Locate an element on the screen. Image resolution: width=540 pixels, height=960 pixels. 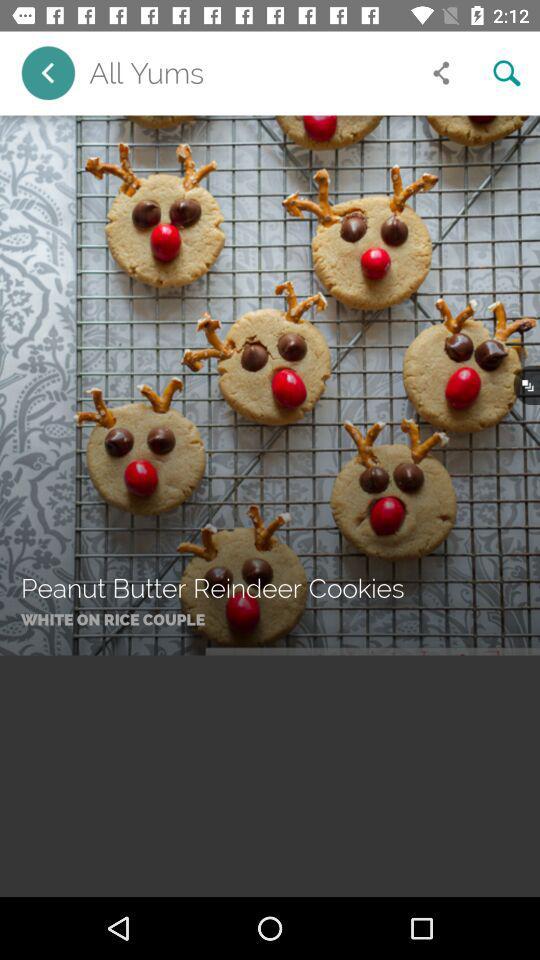
switch to previous page is located at coordinates (48, 73).